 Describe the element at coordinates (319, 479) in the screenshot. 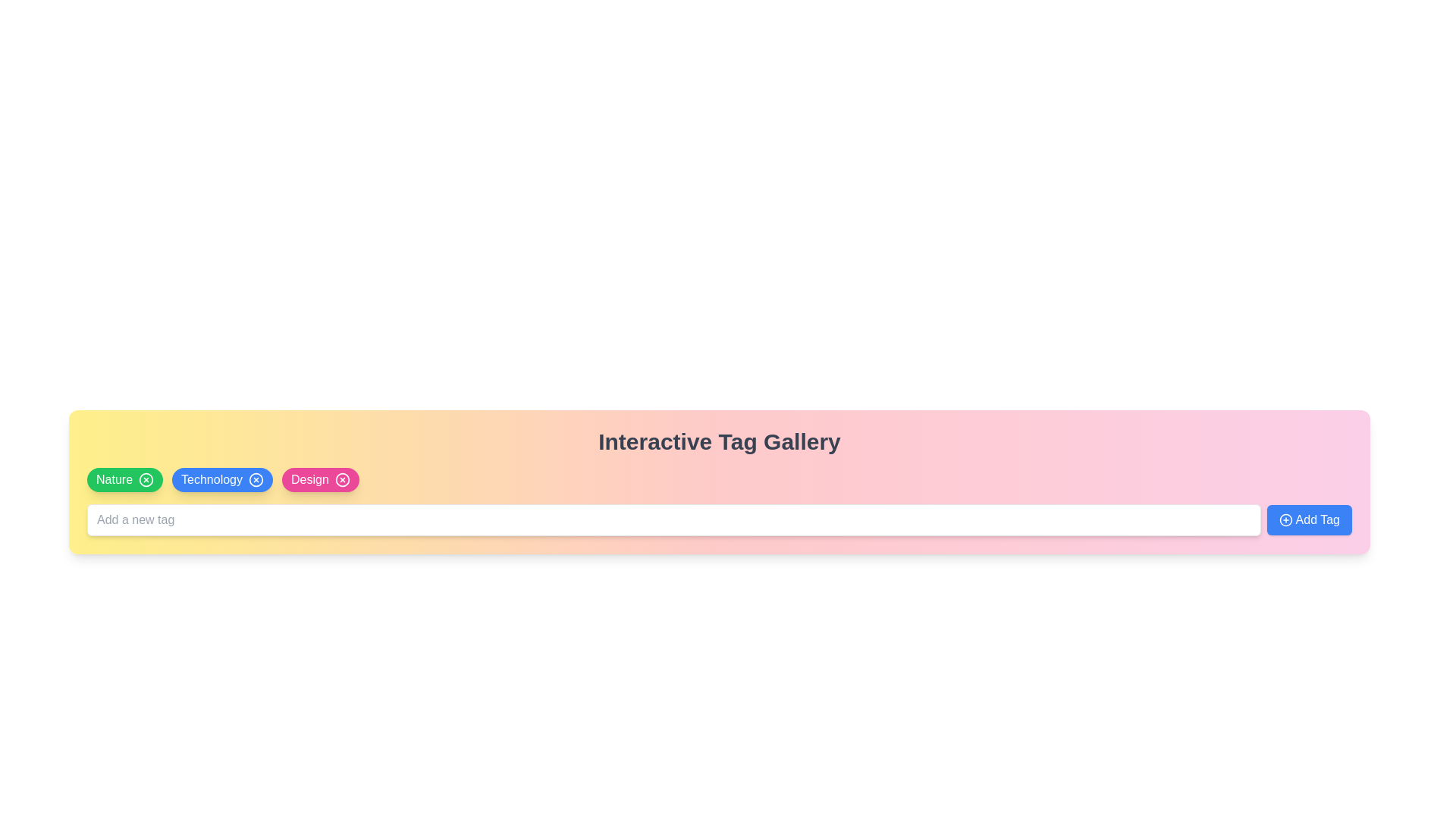

I see `the 'Design' tag, which is the third tag from the left` at that location.